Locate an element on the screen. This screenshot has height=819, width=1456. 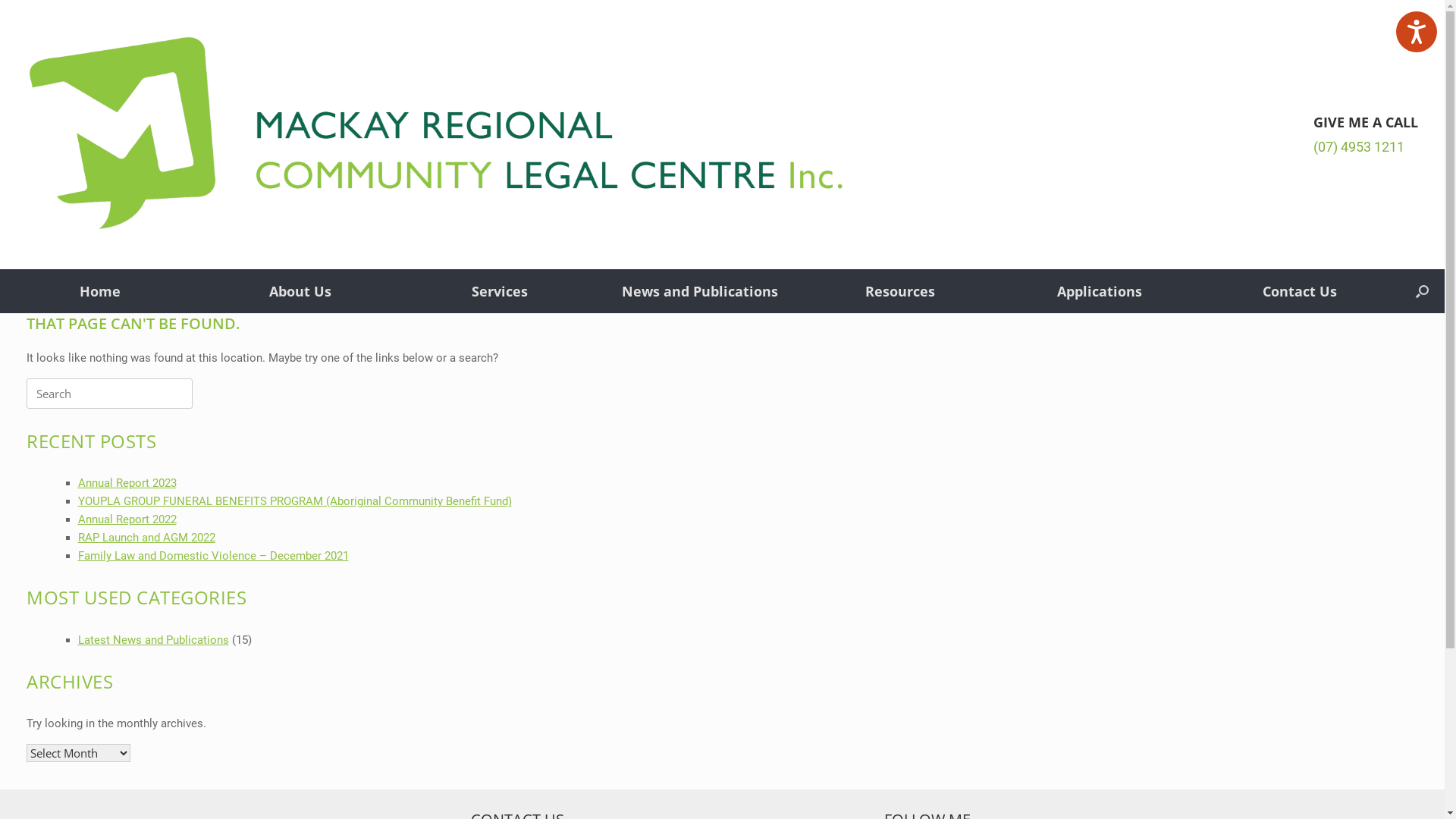
'News and Publications' is located at coordinates (698, 291).